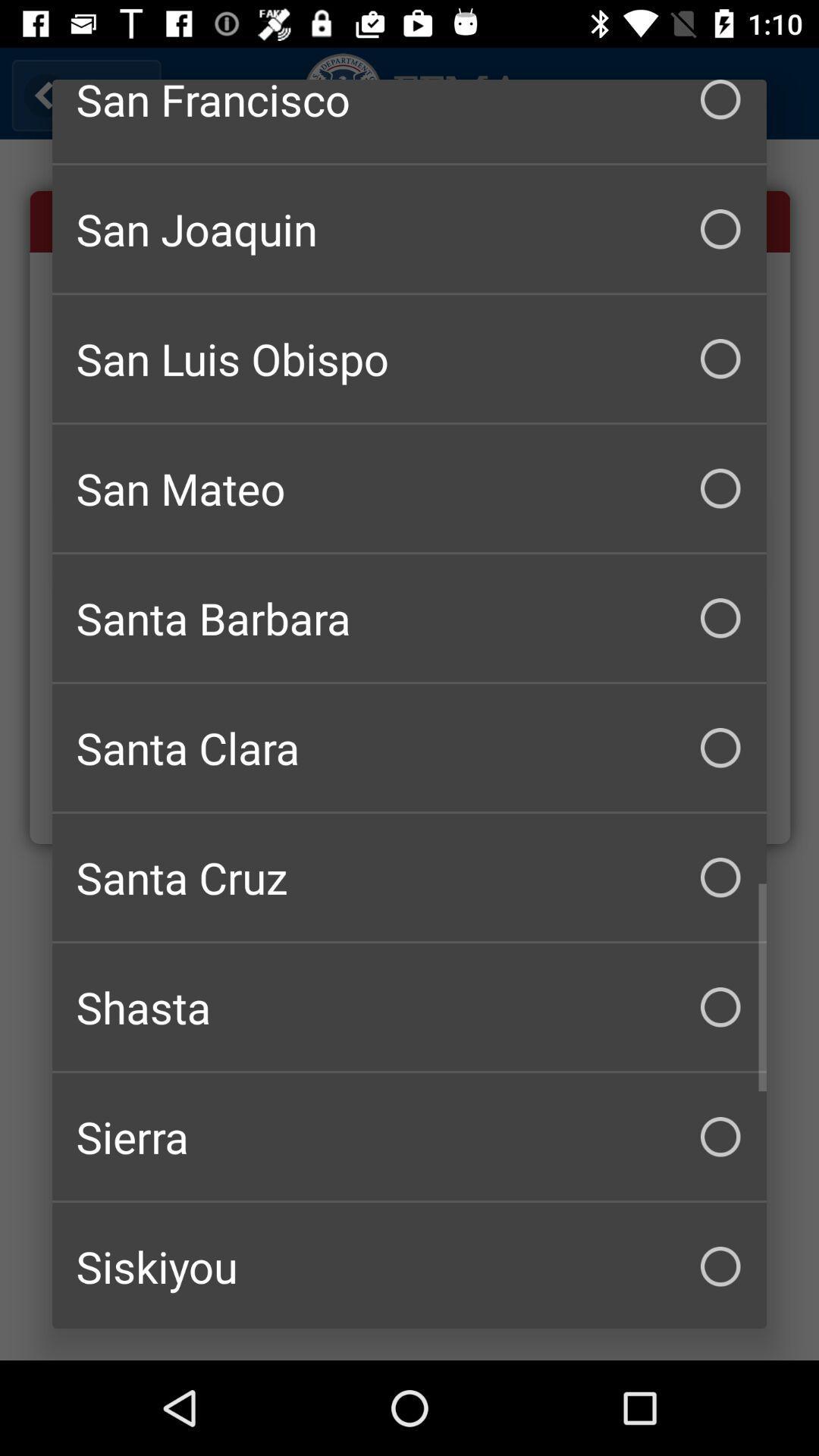 The width and height of the screenshot is (819, 1456). I want to click on the siskiyou checkbox, so click(409, 1266).